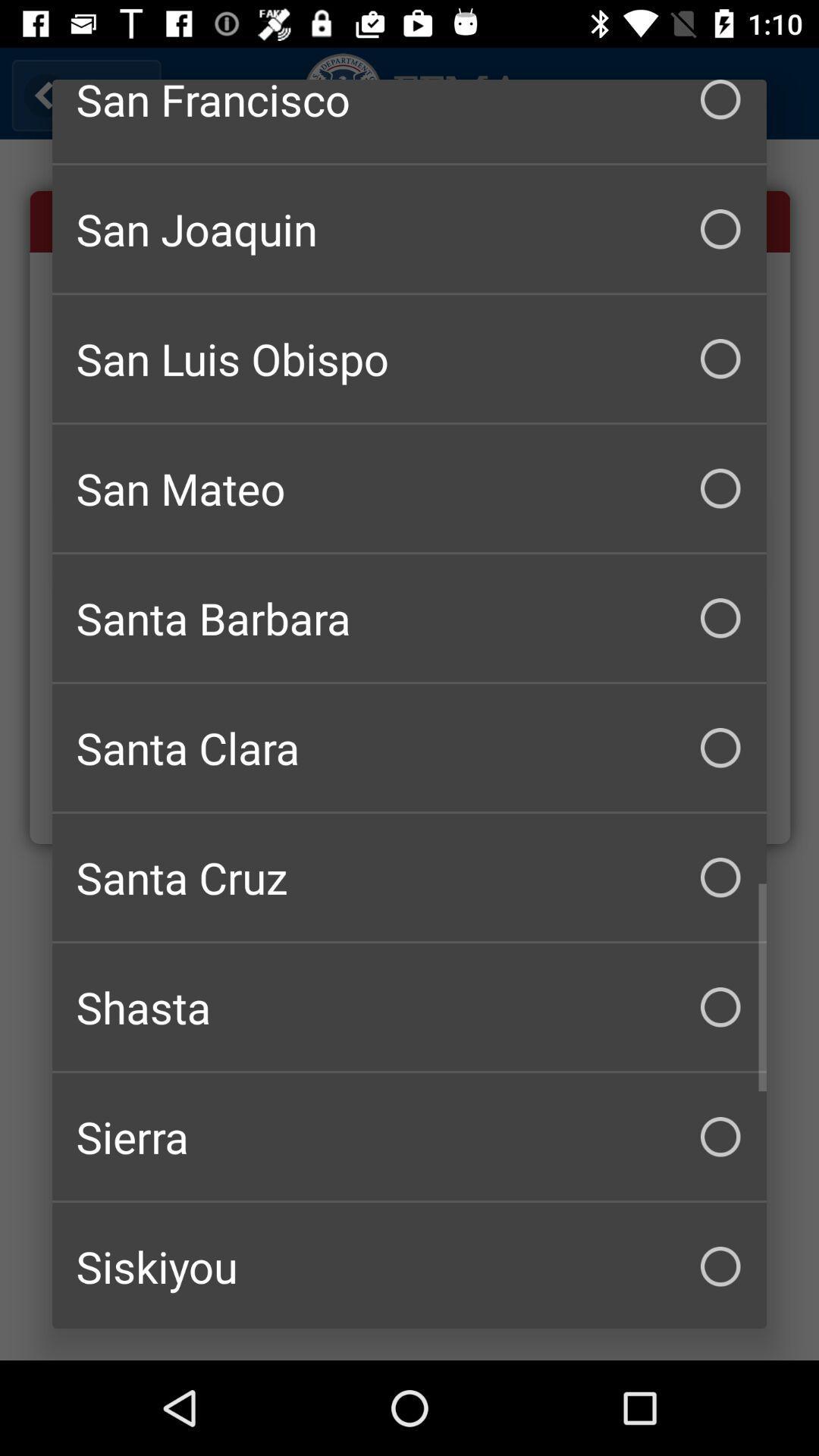 The width and height of the screenshot is (819, 1456). I want to click on the siskiyou checkbox, so click(409, 1266).